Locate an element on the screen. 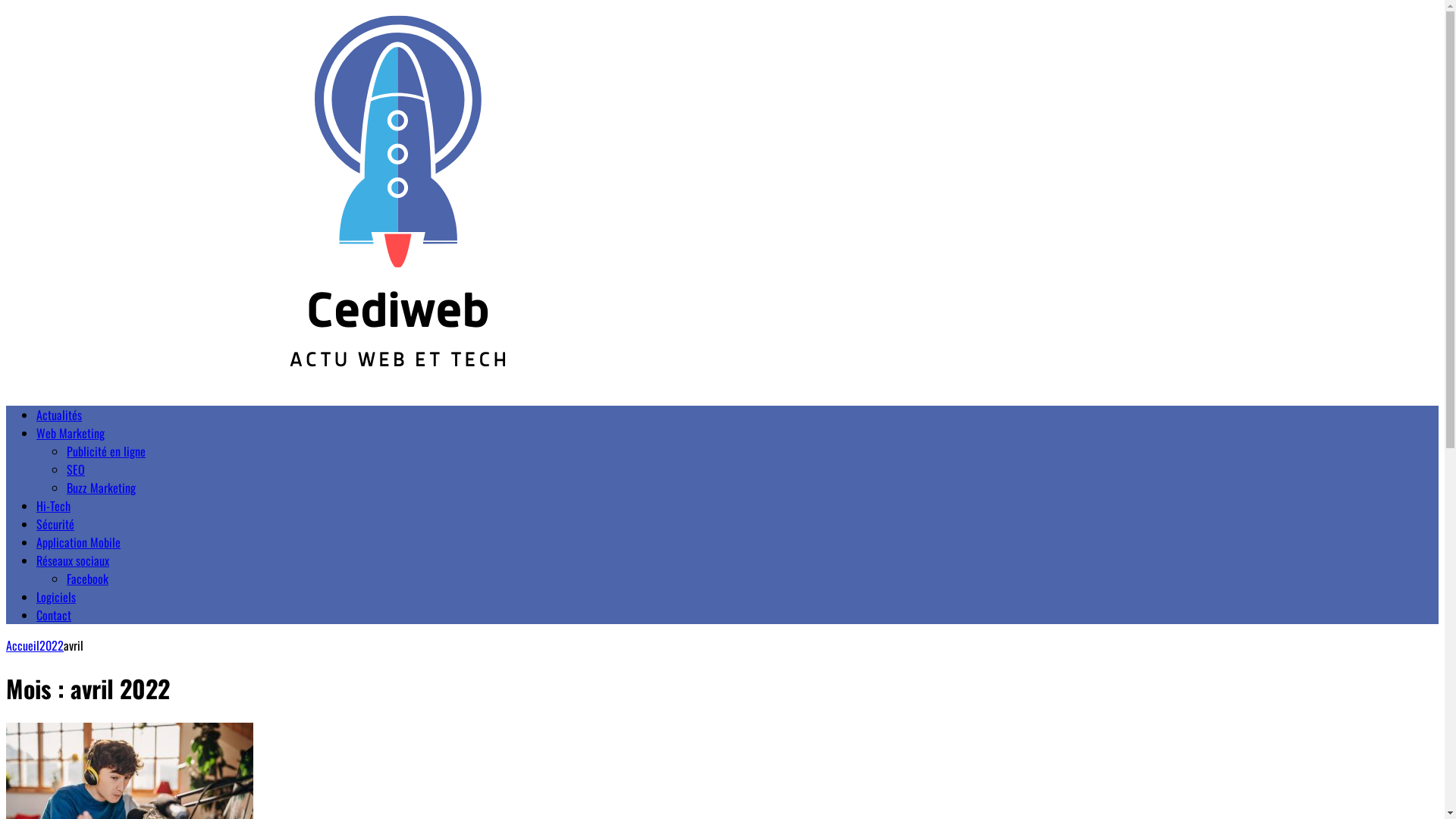 The image size is (1456, 819). 'Hi-Tech' is located at coordinates (36, 506).